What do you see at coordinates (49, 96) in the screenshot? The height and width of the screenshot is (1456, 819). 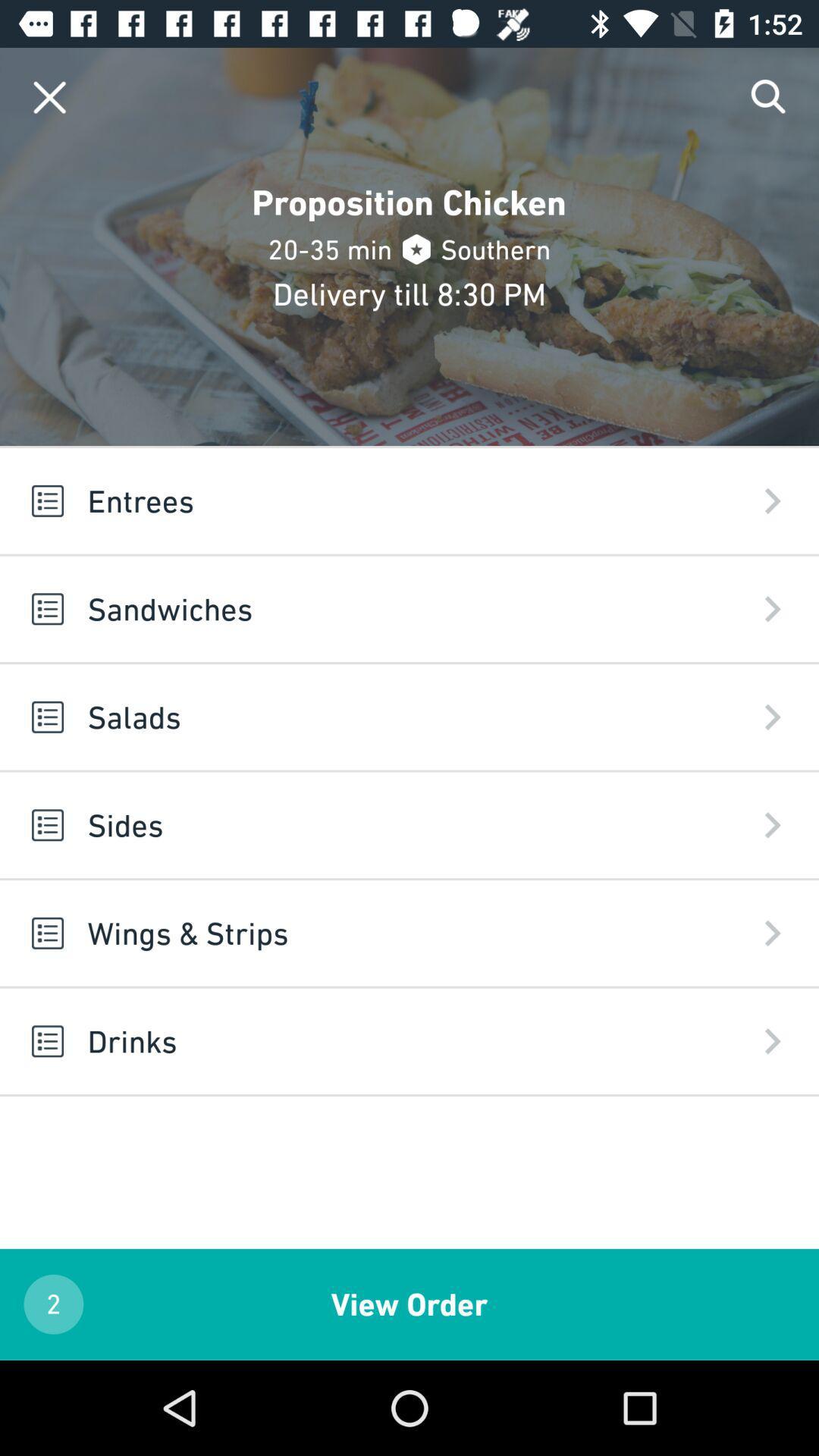 I see `menu` at bounding box center [49, 96].